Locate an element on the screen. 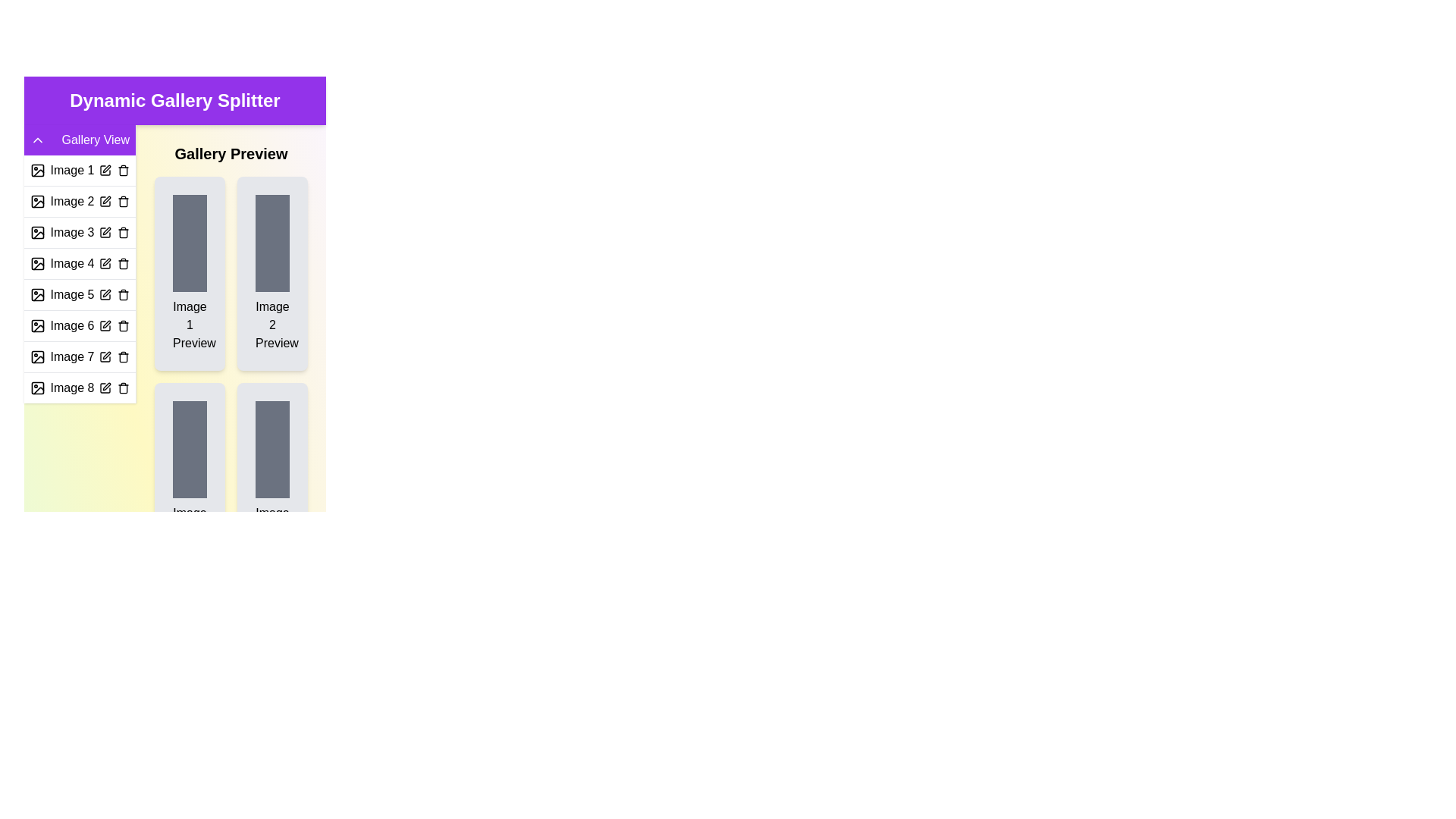 The width and height of the screenshot is (1456, 819). the text label displaying 'Image 2' in the Gallery View panel is located at coordinates (71, 201).